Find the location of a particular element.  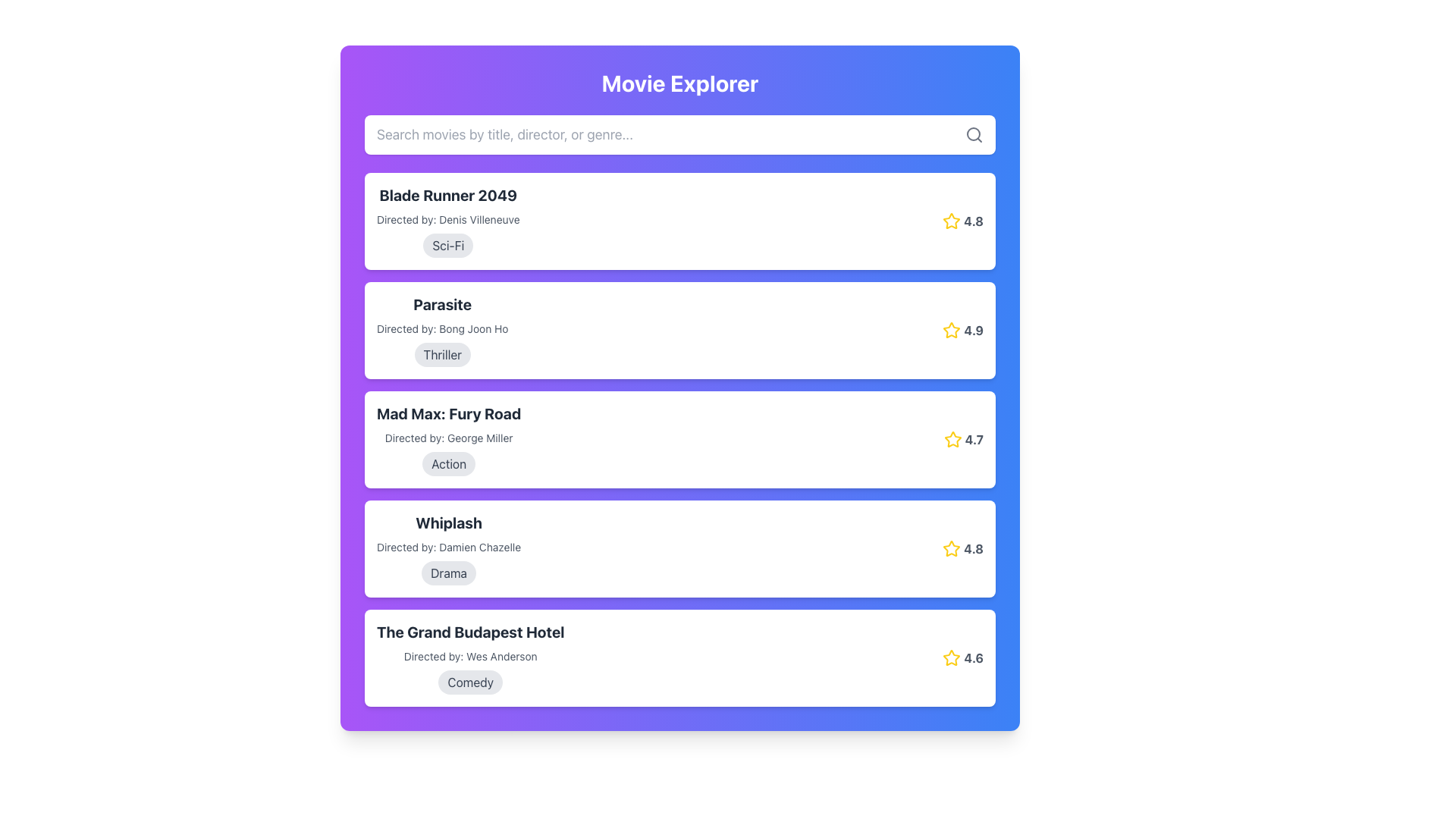

rating value displayed as bold gray text '4.6' next to the yellow star icon in the last movie entry of 'The Grand Budapest Hotel' is located at coordinates (973, 657).